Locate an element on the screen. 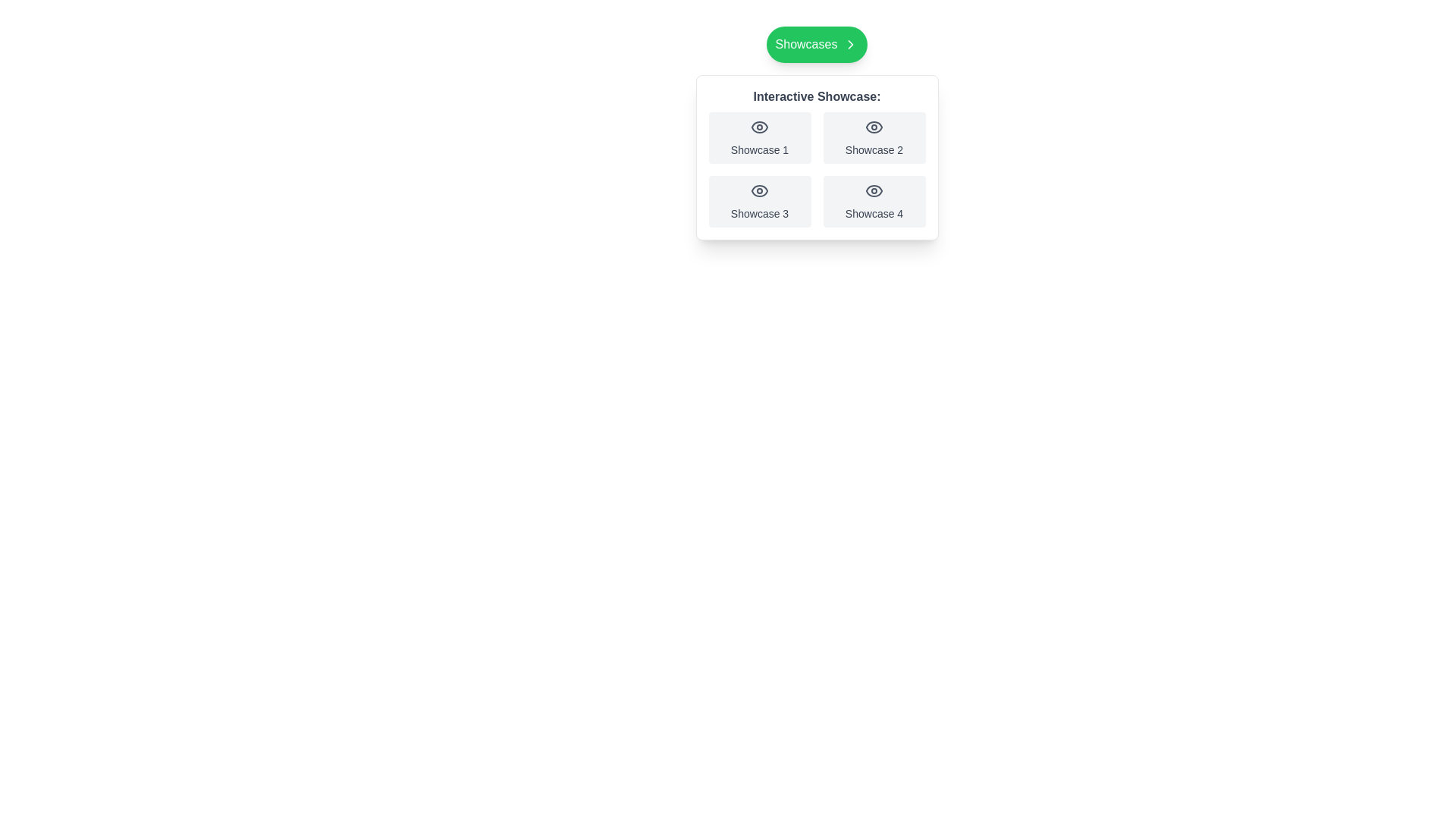  the eye icon located in the top-left tile labeled 'Showcase 1' is located at coordinates (760, 127).